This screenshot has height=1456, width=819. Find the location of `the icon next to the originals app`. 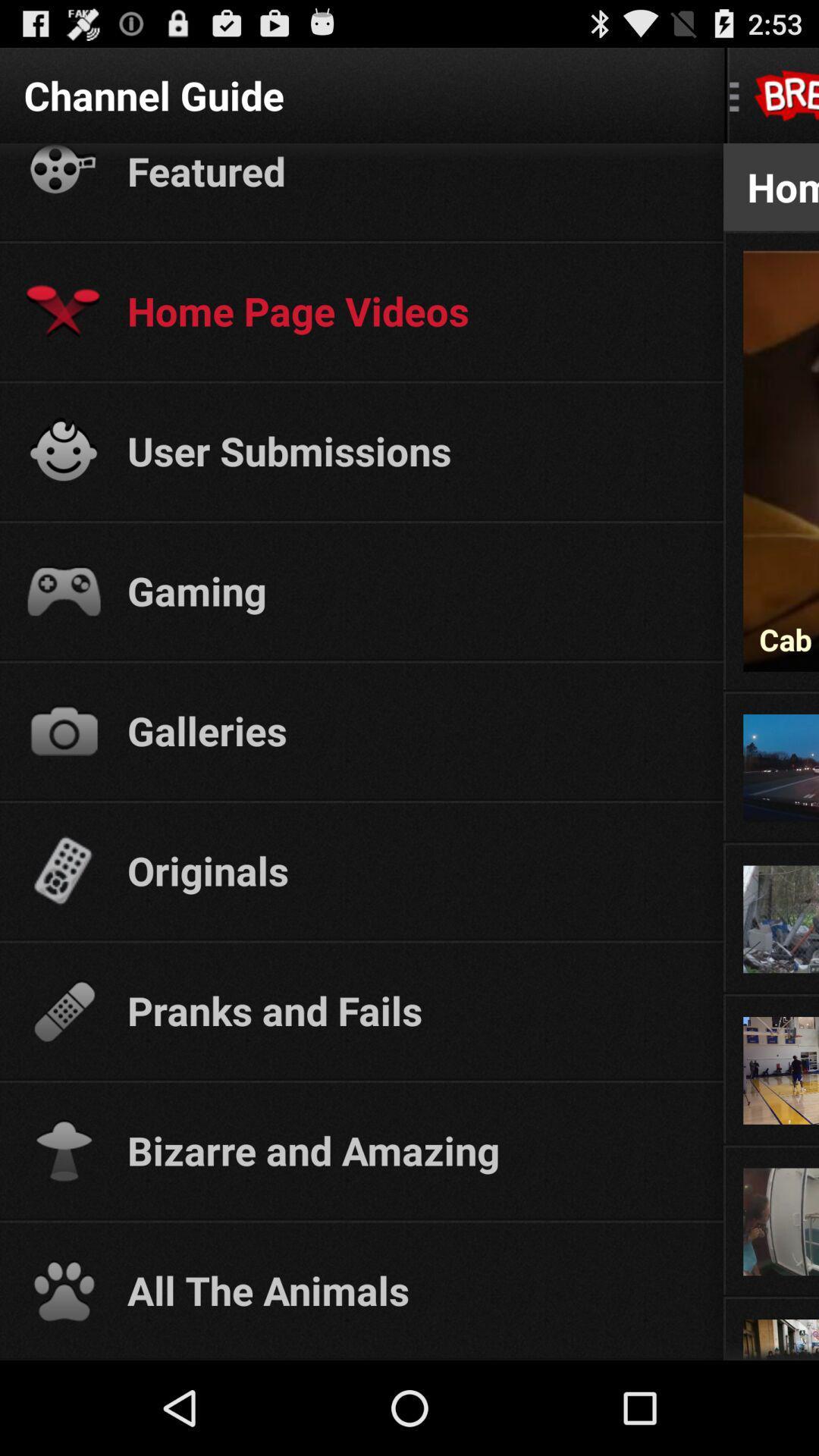

the icon next to the originals app is located at coordinates (771, 843).